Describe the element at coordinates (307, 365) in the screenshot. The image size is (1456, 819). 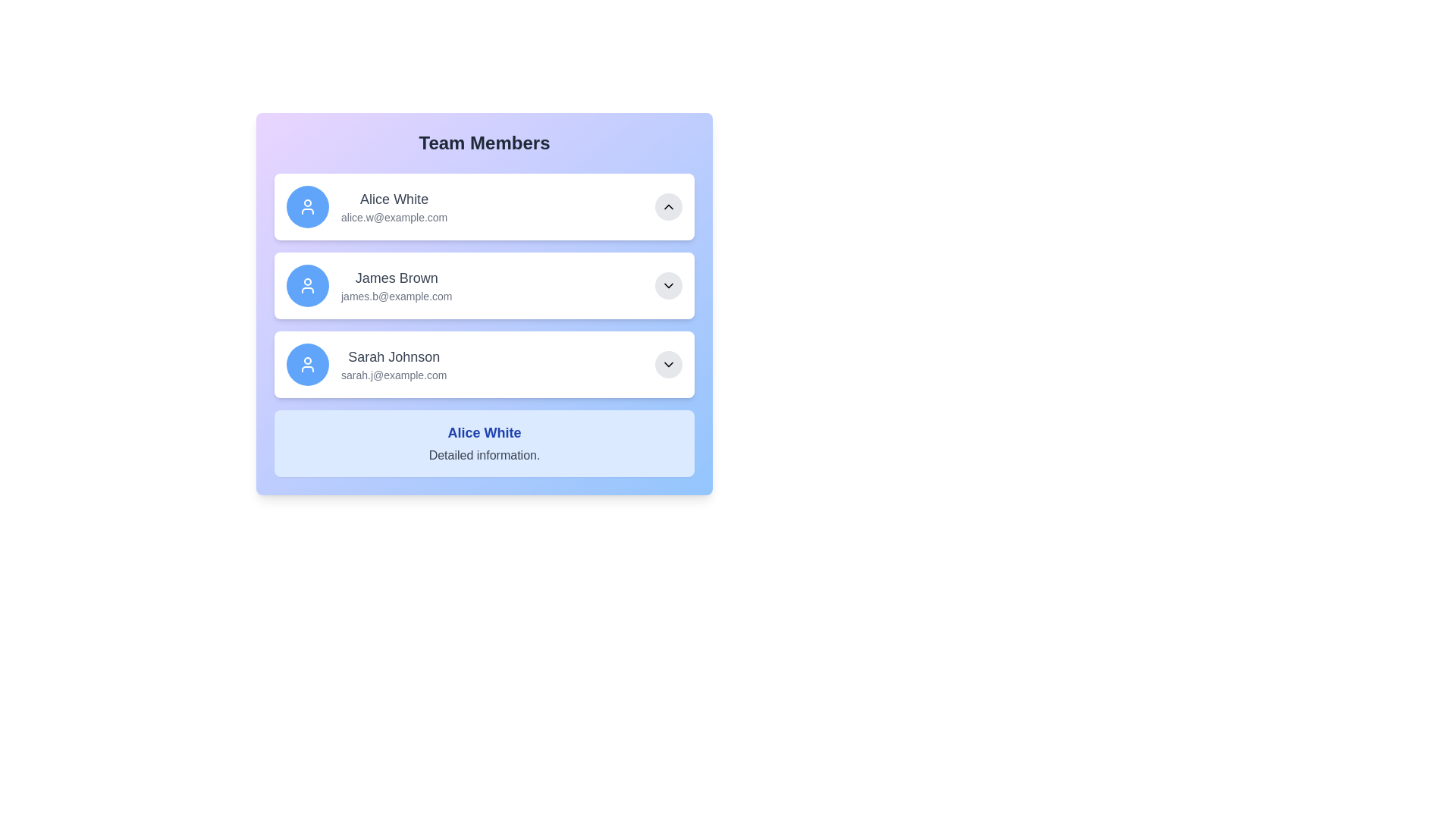
I see `the circular profile avatar with a blue background and white user icon, located to the left of the text block displaying 'Sarah Johnson' and 'sarah.j@example.com' in the 'Team Members' section` at that location.